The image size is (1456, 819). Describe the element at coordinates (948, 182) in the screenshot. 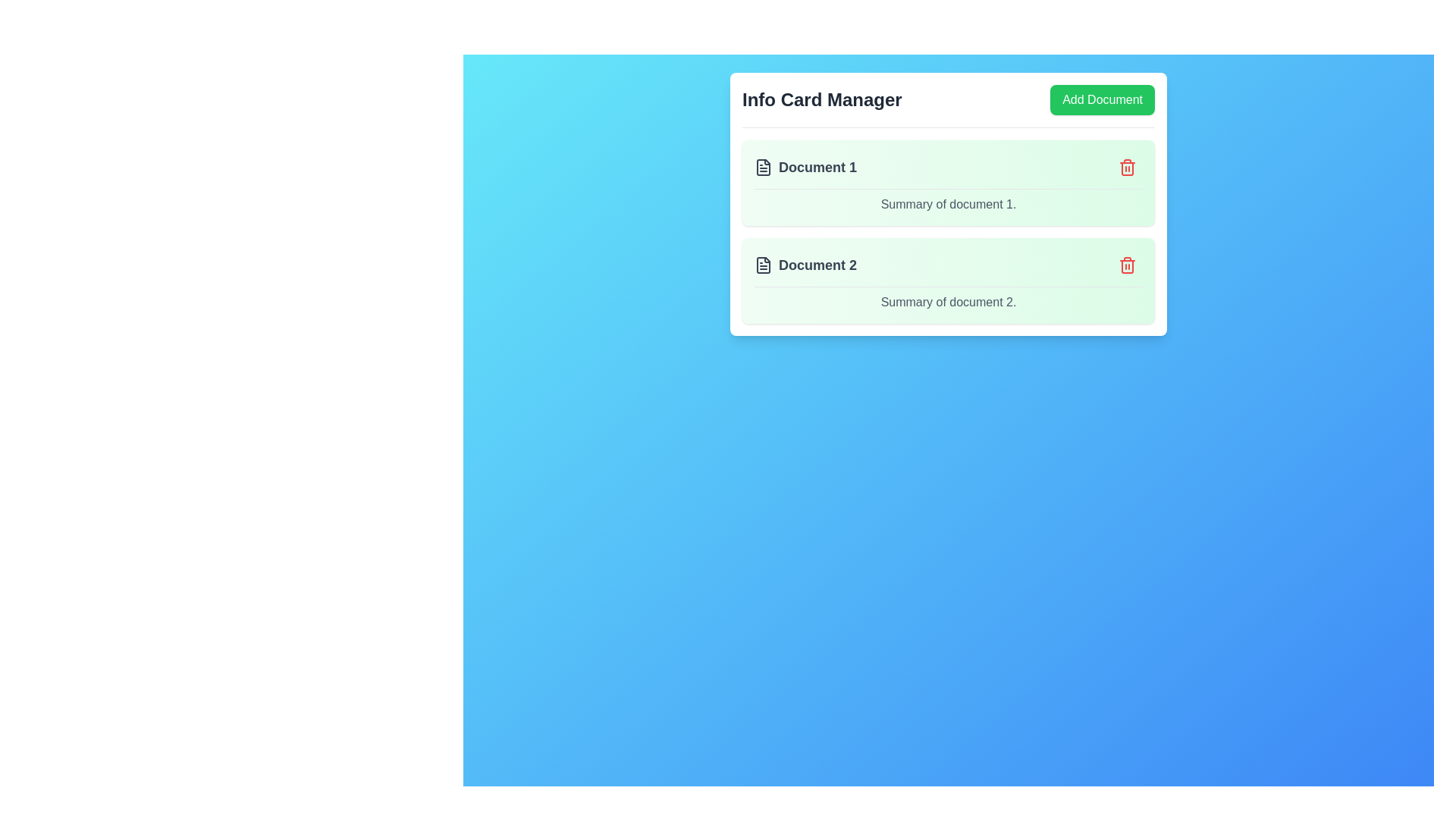

I see `summary of 'Document 1' from the information card, which is the first card in the list, containing the subtitle 'Summary of document 1.'` at that location.